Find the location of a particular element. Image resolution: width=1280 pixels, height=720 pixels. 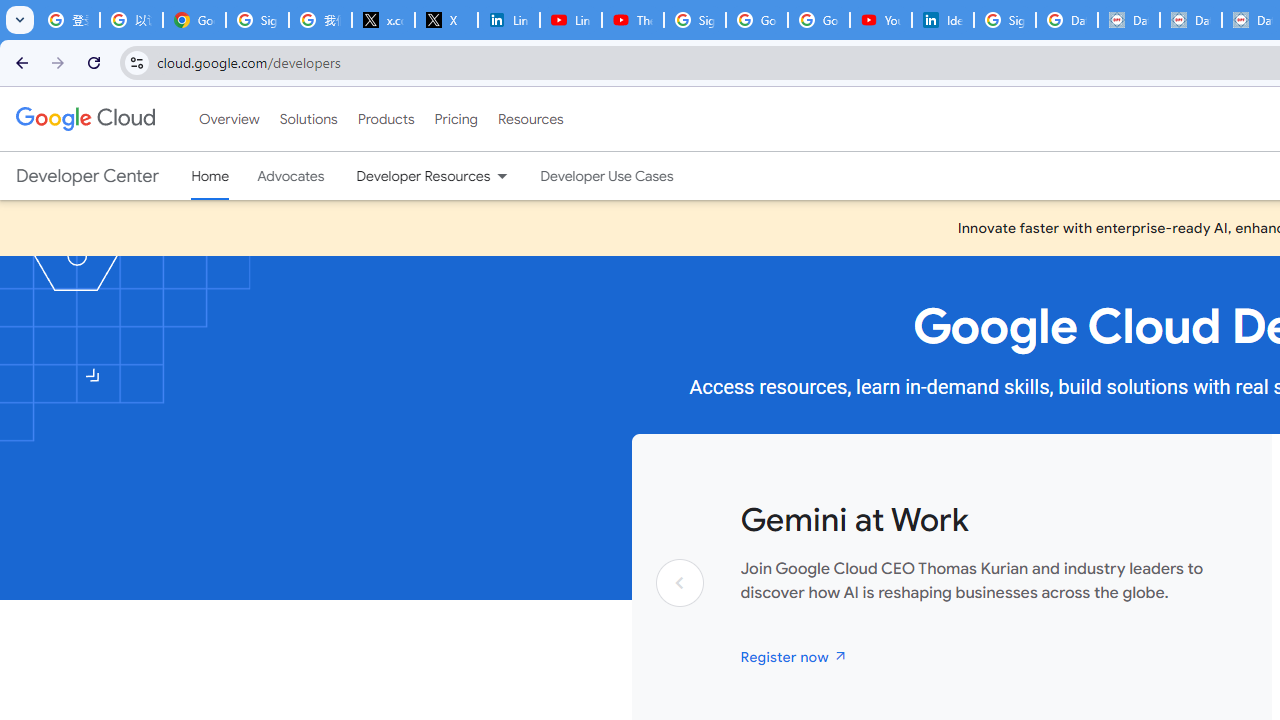

'LinkedIn Privacy Policy' is located at coordinates (508, 20).